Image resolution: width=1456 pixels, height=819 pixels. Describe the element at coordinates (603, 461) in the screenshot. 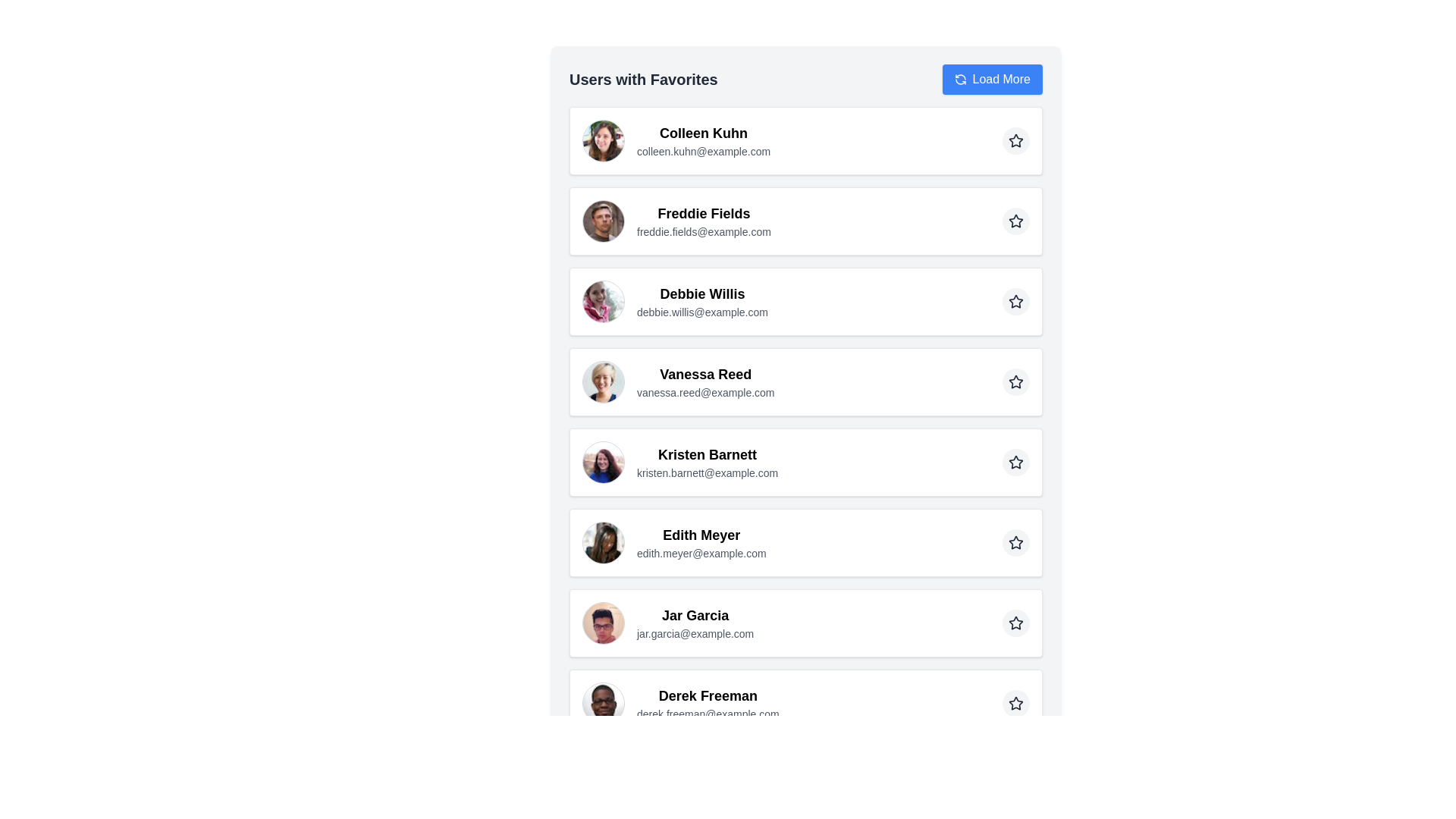

I see `the user's profile picture image, which is located as the fifth item in a vertically stacked list of user information` at that location.